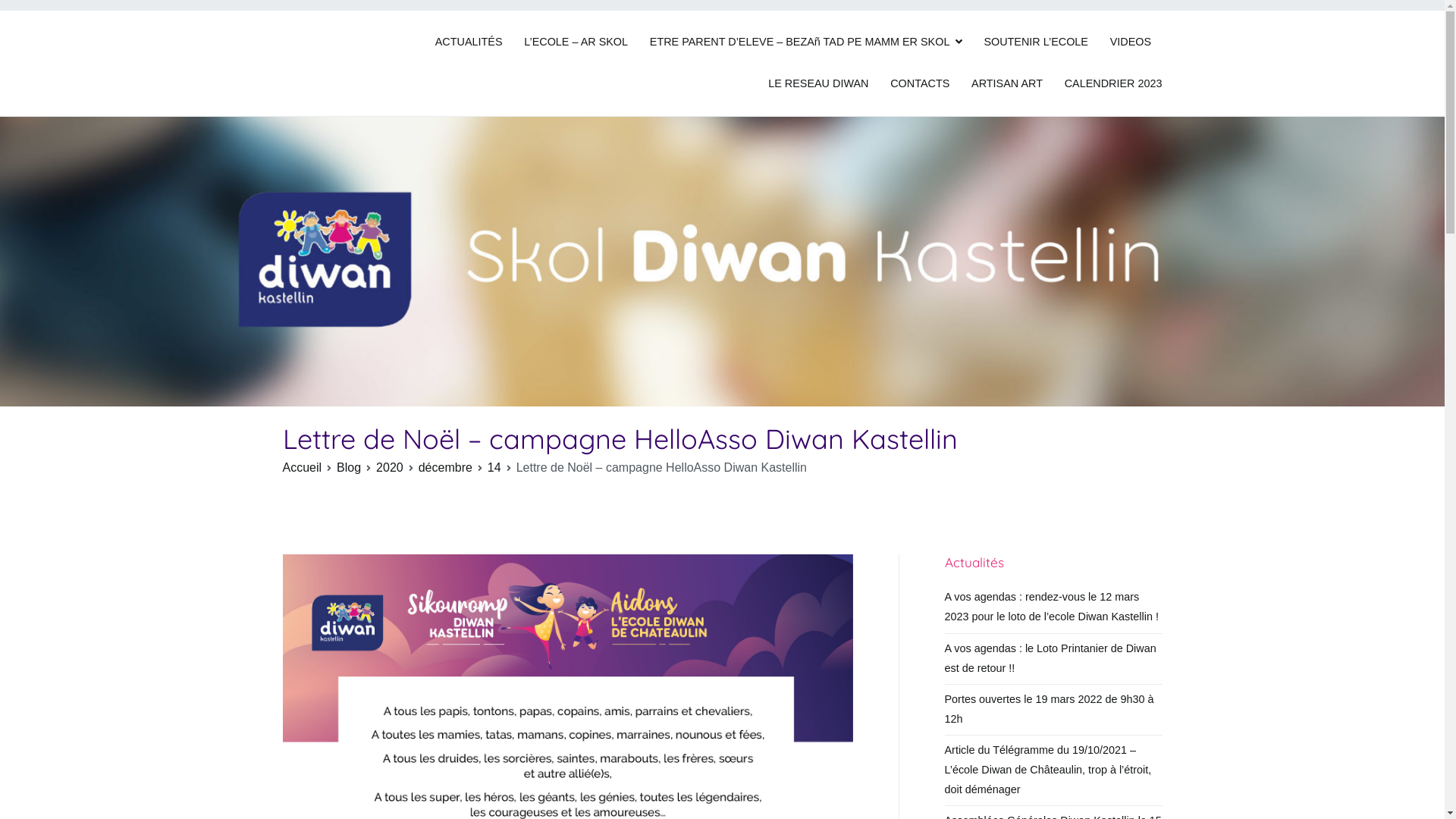 The height and width of the screenshot is (819, 1456). I want to click on 'A vos agendas : le Loto Printanier de Diwan est de retour !!', so click(1053, 657).